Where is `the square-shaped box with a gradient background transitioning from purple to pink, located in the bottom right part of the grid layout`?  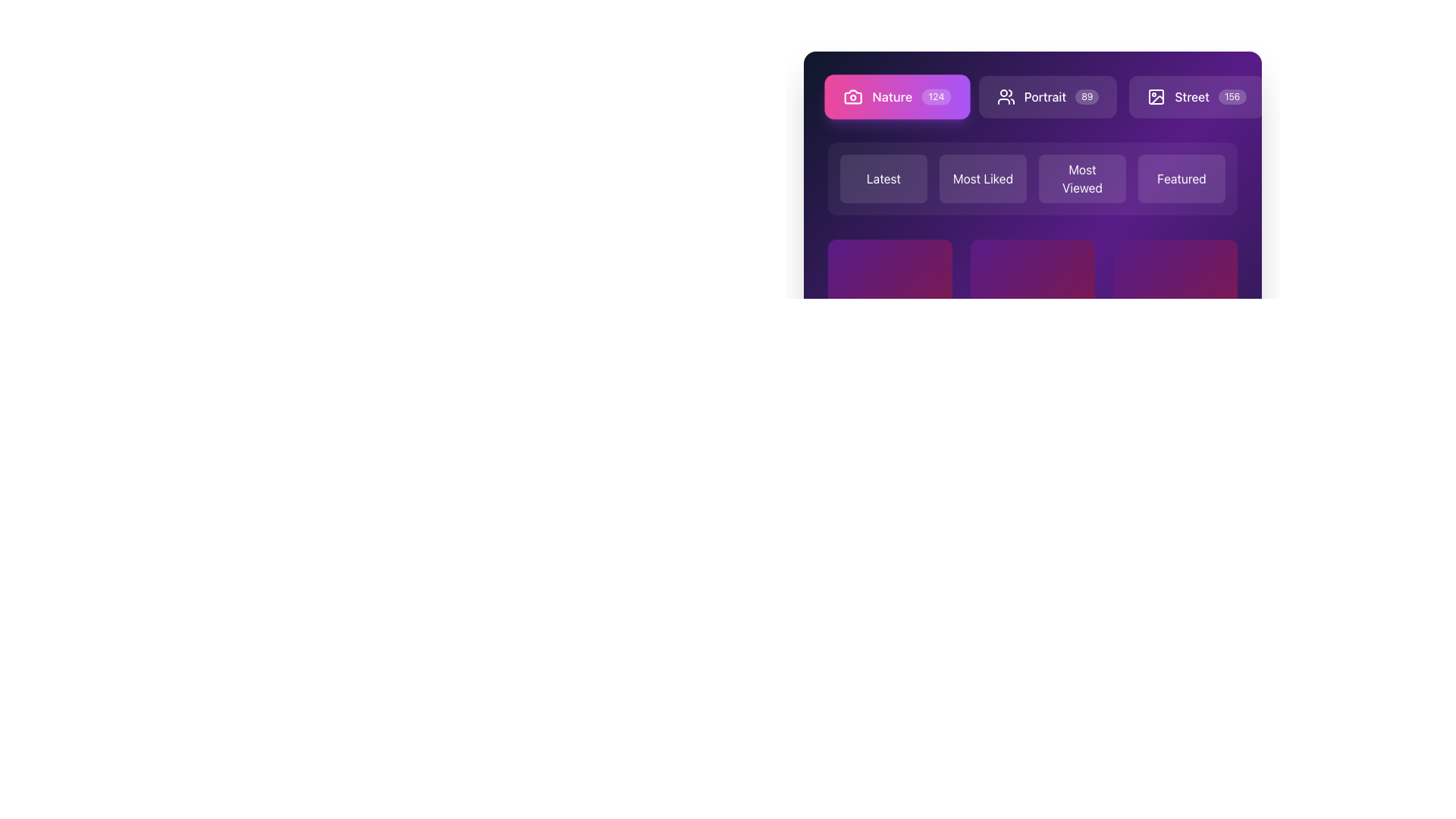 the square-shaped box with a gradient background transitioning from purple to pink, located in the bottom right part of the grid layout is located at coordinates (1175, 301).